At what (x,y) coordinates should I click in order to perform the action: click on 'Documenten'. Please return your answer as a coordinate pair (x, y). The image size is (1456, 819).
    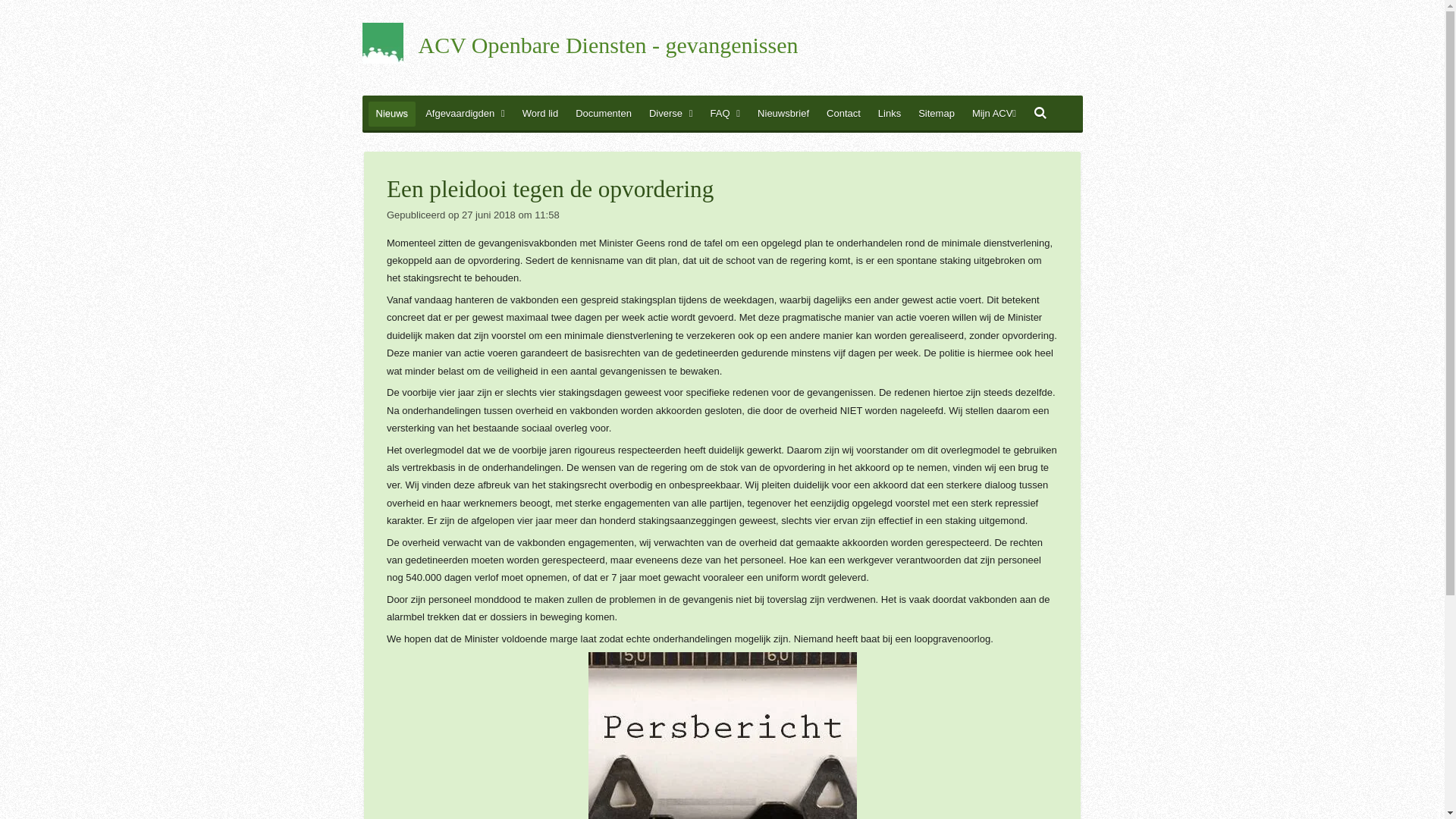
    Looking at the image, I should click on (603, 113).